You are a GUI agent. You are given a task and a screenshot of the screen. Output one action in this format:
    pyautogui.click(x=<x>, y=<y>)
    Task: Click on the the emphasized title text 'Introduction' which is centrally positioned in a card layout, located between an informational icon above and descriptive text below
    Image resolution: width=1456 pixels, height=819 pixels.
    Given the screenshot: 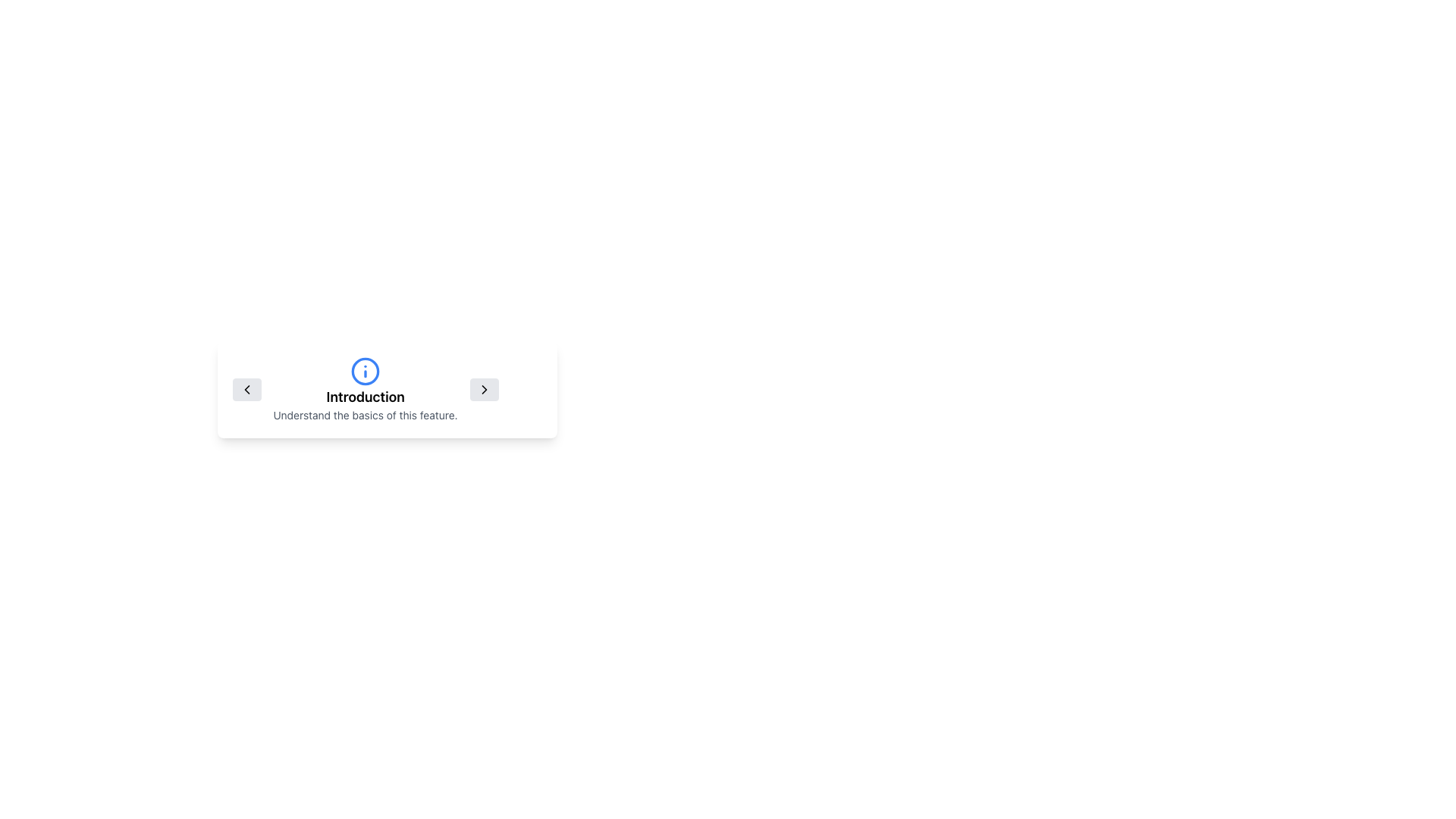 What is the action you would take?
    pyautogui.click(x=366, y=397)
    